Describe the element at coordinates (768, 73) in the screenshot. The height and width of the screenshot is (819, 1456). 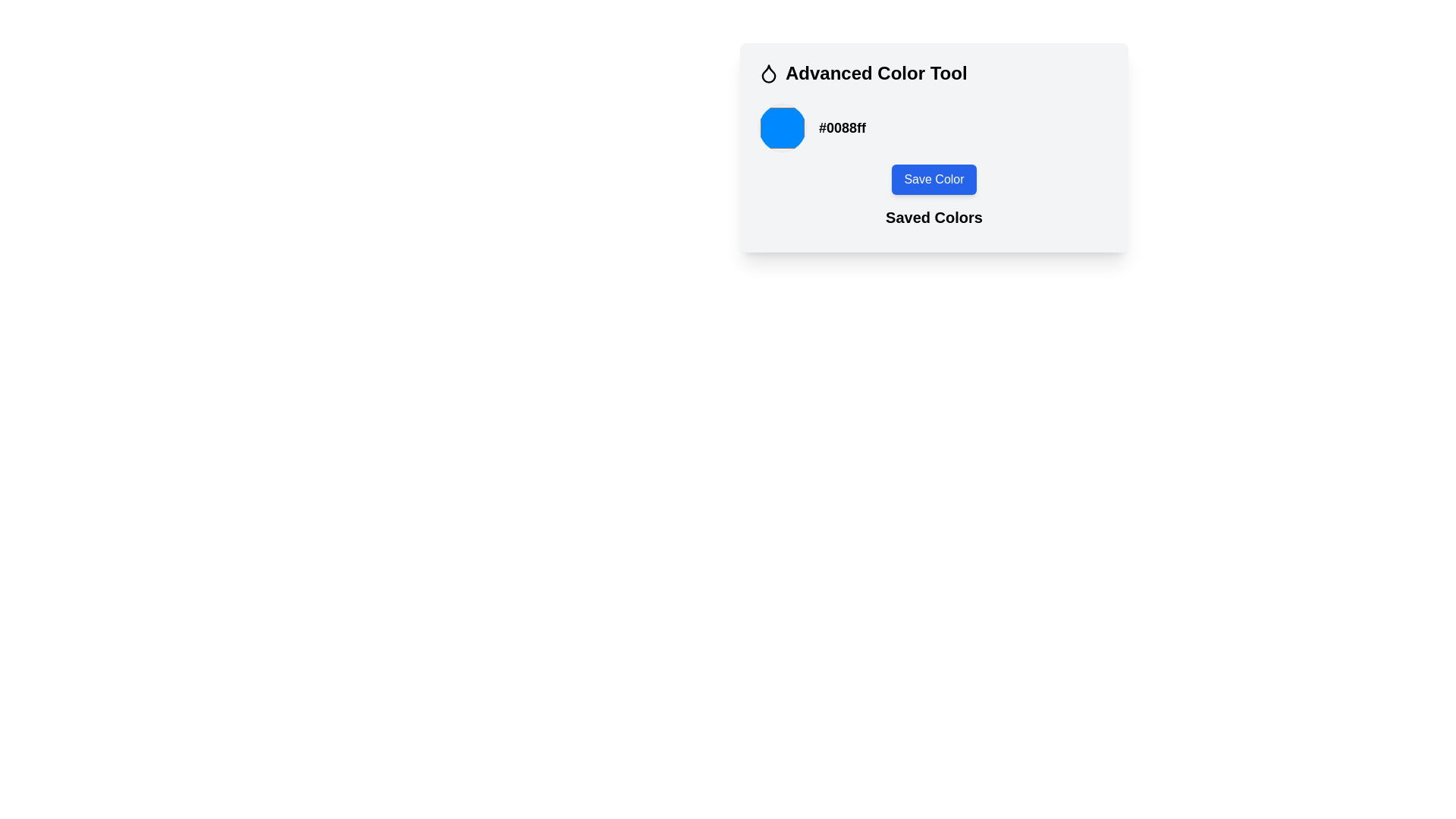
I see `the droplet-shaped icon with a black stroke that is positioned to the left of the 'Advanced Color Tool' text` at that location.